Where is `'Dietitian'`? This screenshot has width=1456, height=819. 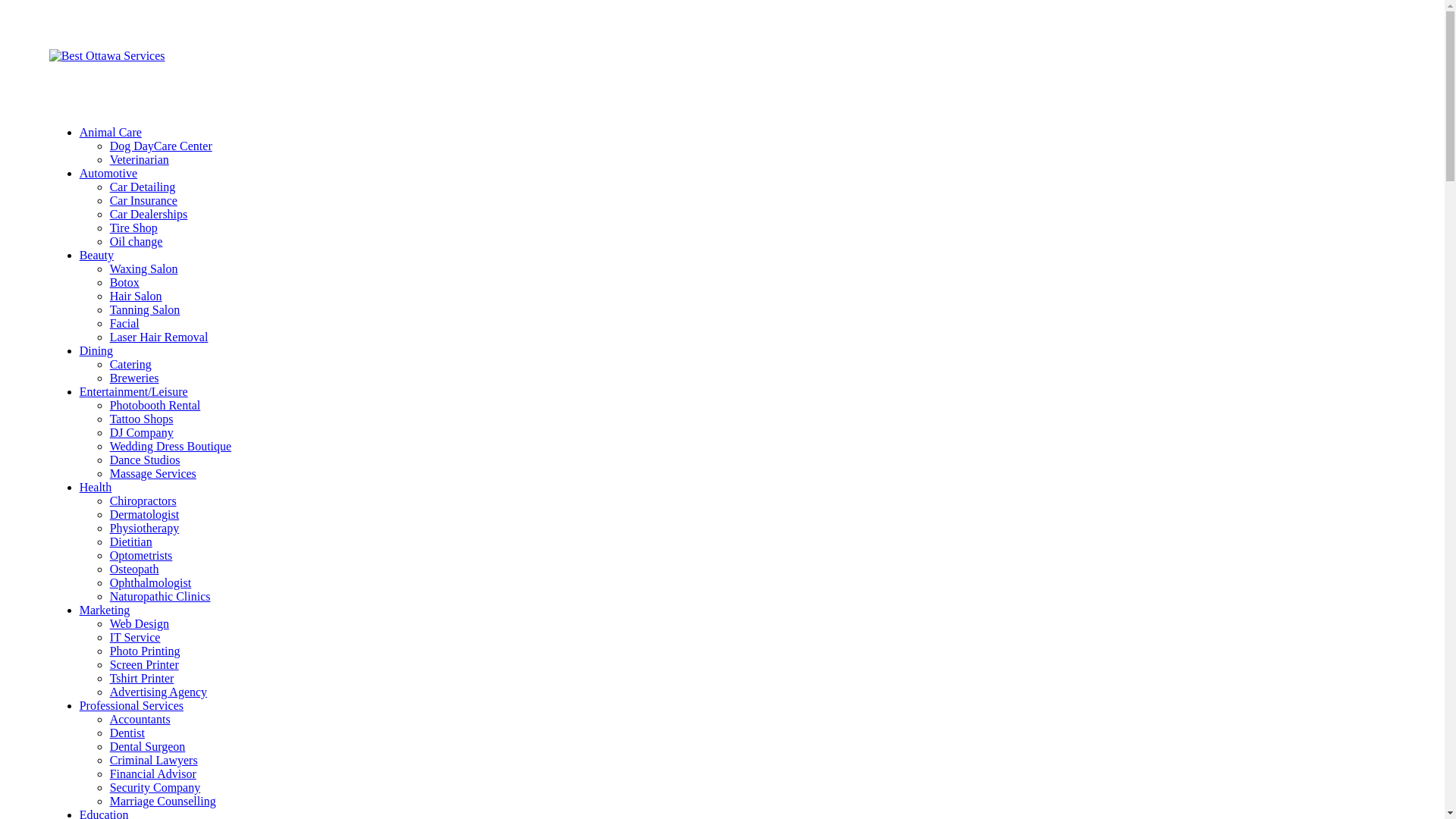 'Dietitian' is located at coordinates (130, 541).